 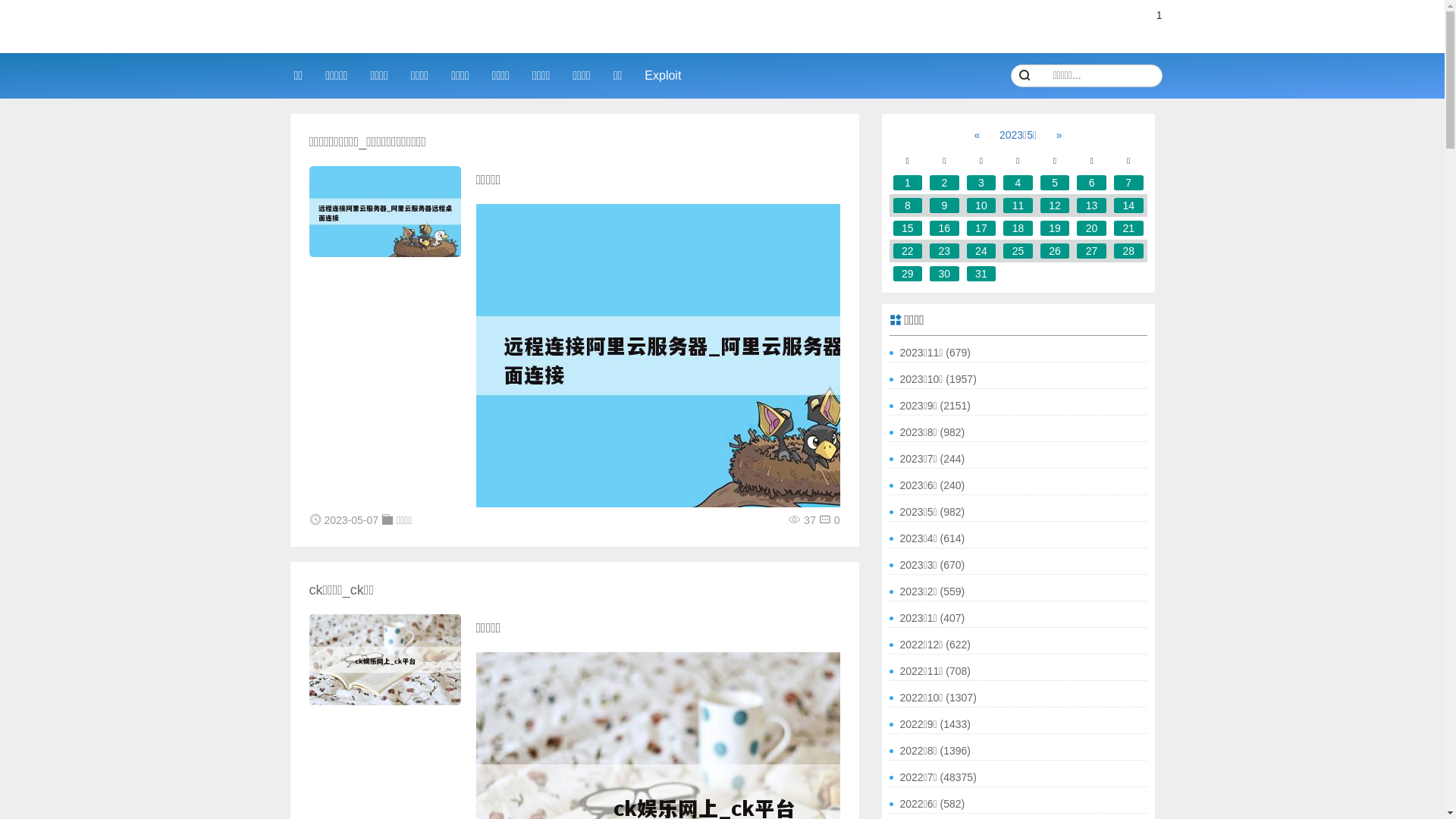 What do you see at coordinates (1054, 181) in the screenshot?
I see `'5'` at bounding box center [1054, 181].